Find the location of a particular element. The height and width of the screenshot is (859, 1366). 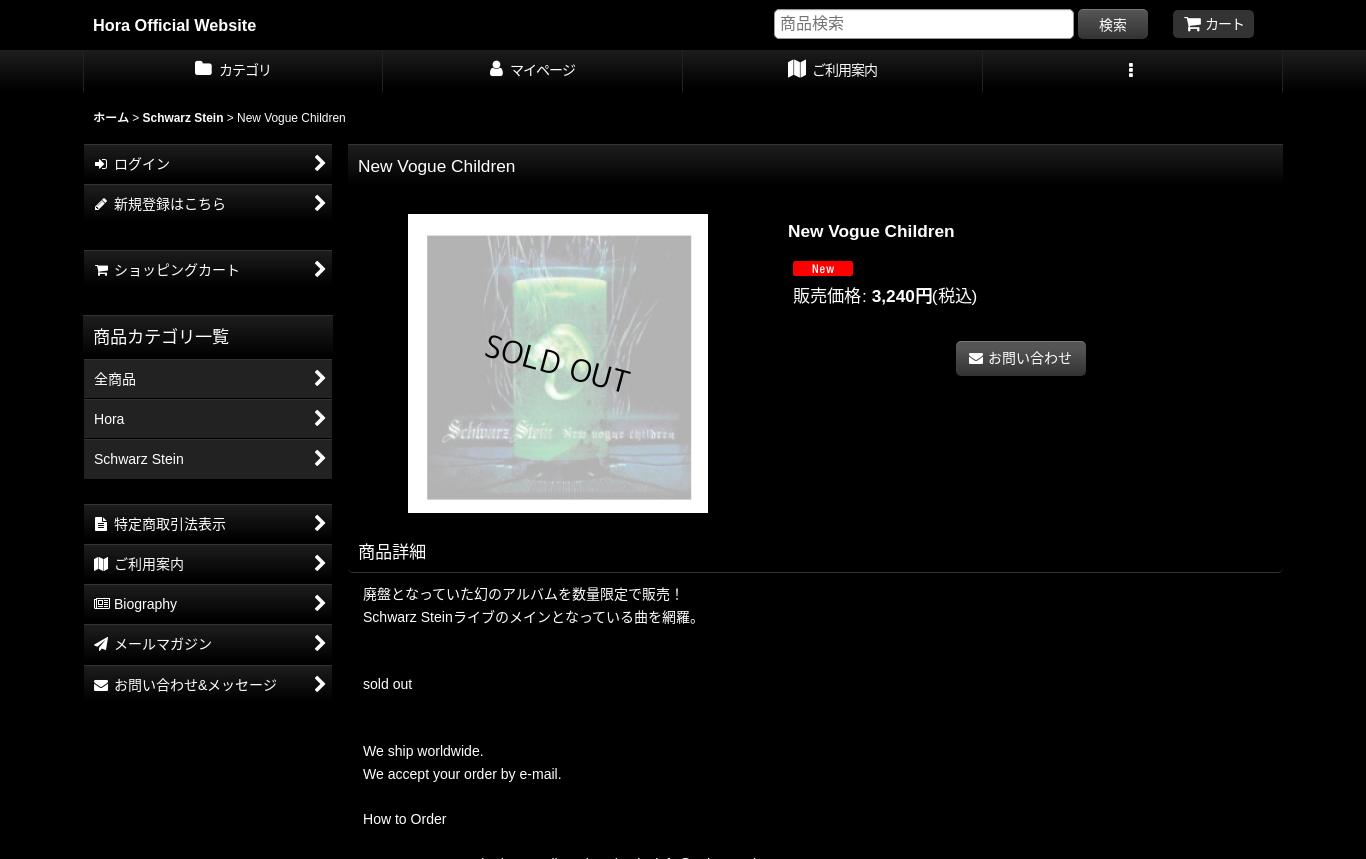

'We ship worldwide.' is located at coordinates (422, 750).